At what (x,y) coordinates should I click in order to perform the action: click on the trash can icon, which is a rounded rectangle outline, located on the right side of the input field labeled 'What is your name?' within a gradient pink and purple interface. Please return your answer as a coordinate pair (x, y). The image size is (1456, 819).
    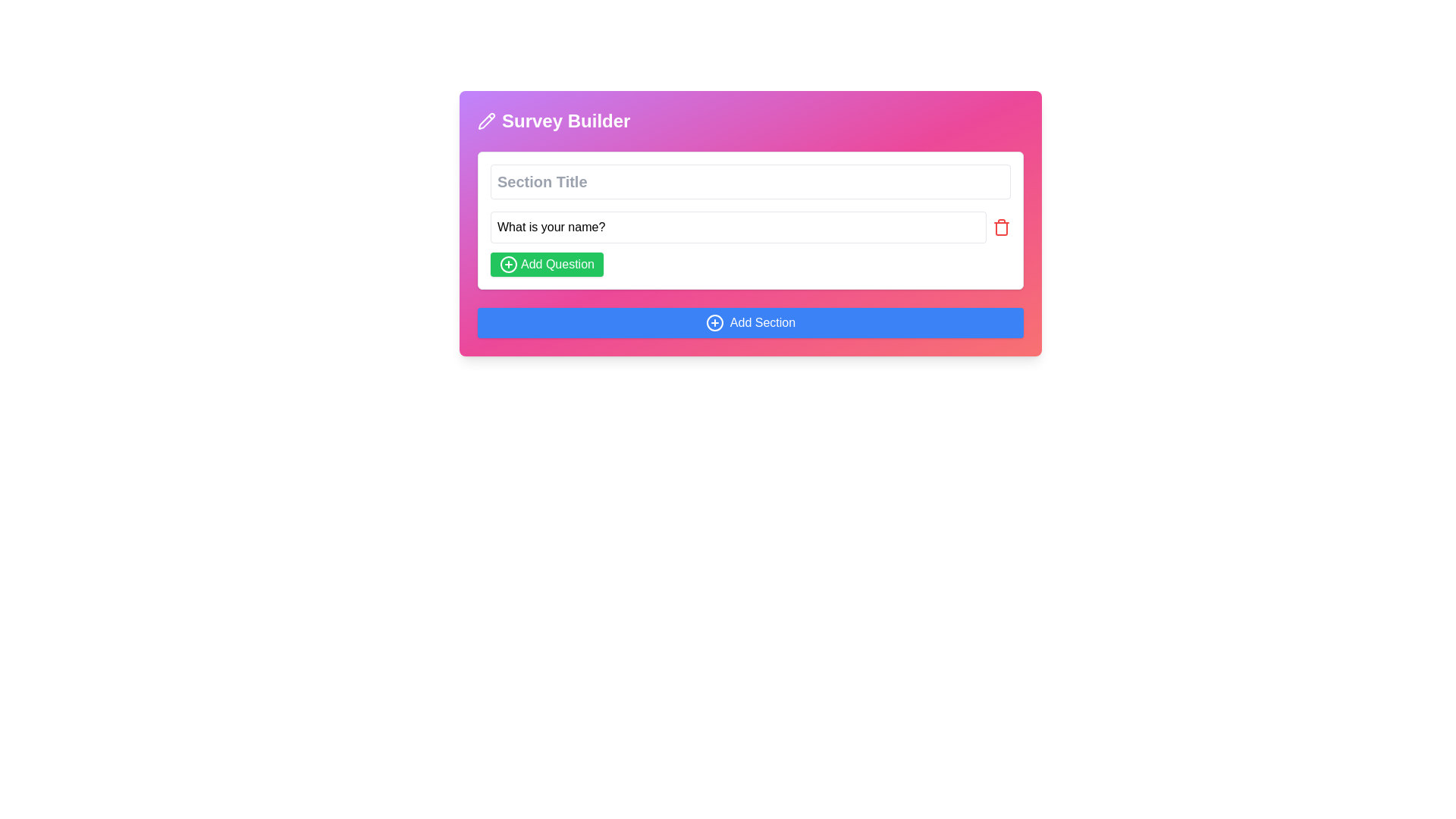
    Looking at the image, I should click on (1001, 228).